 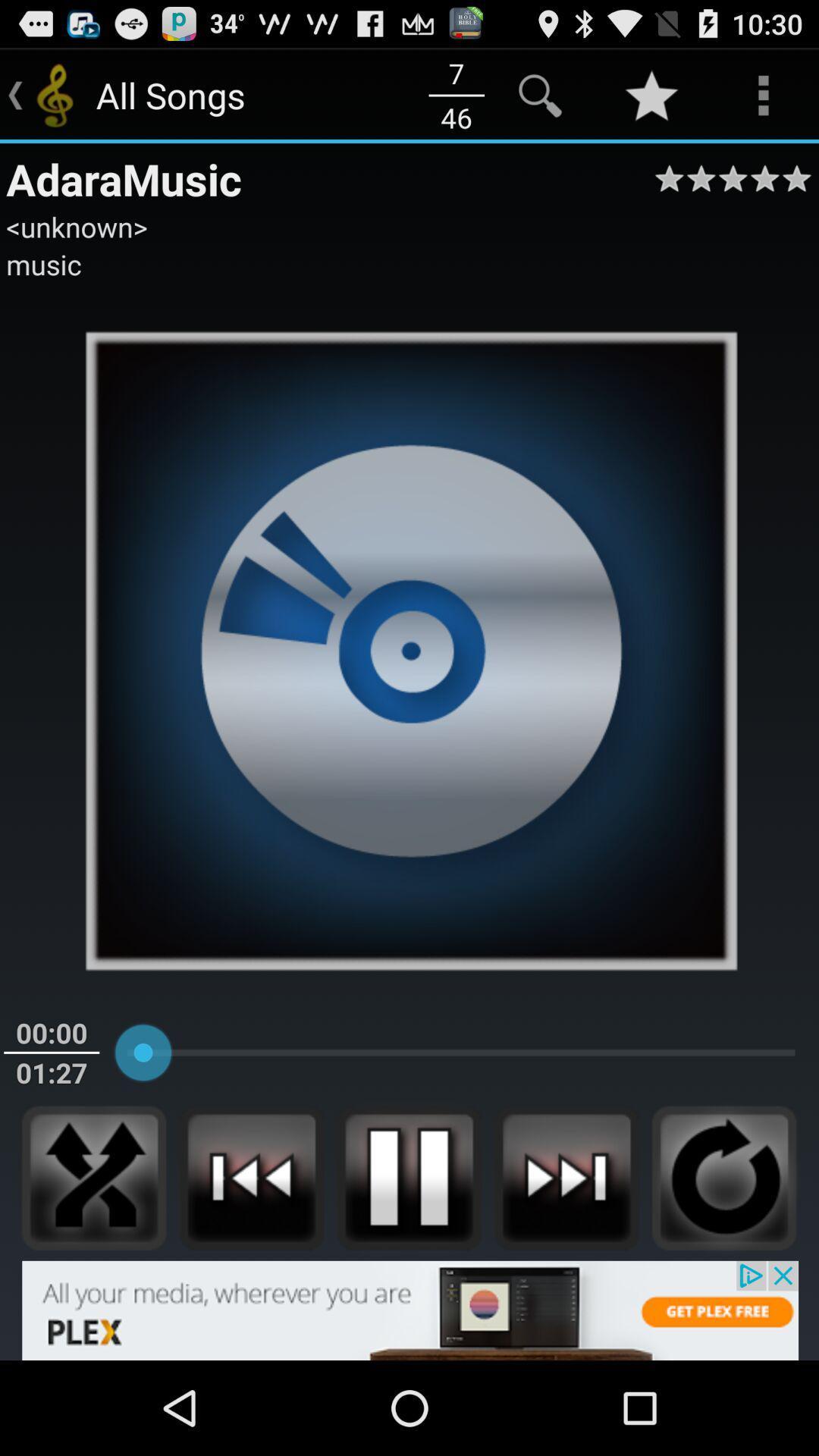 I want to click on the close icon, so click(x=94, y=1260).